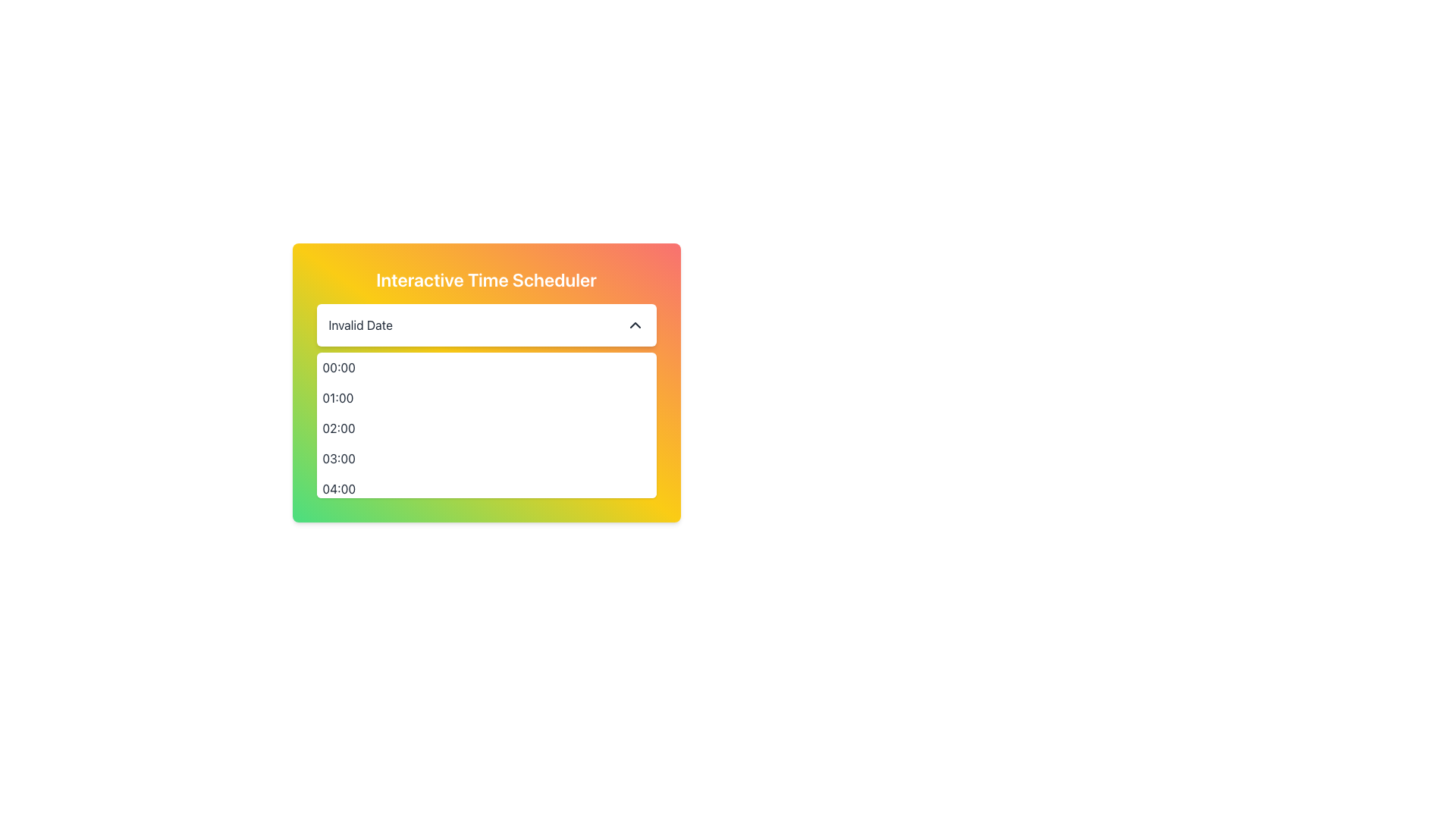 This screenshot has width=1456, height=819. Describe the element at coordinates (486, 428) in the screenshot. I see `the selectable time option '02:00' in the dropdown menu` at that location.